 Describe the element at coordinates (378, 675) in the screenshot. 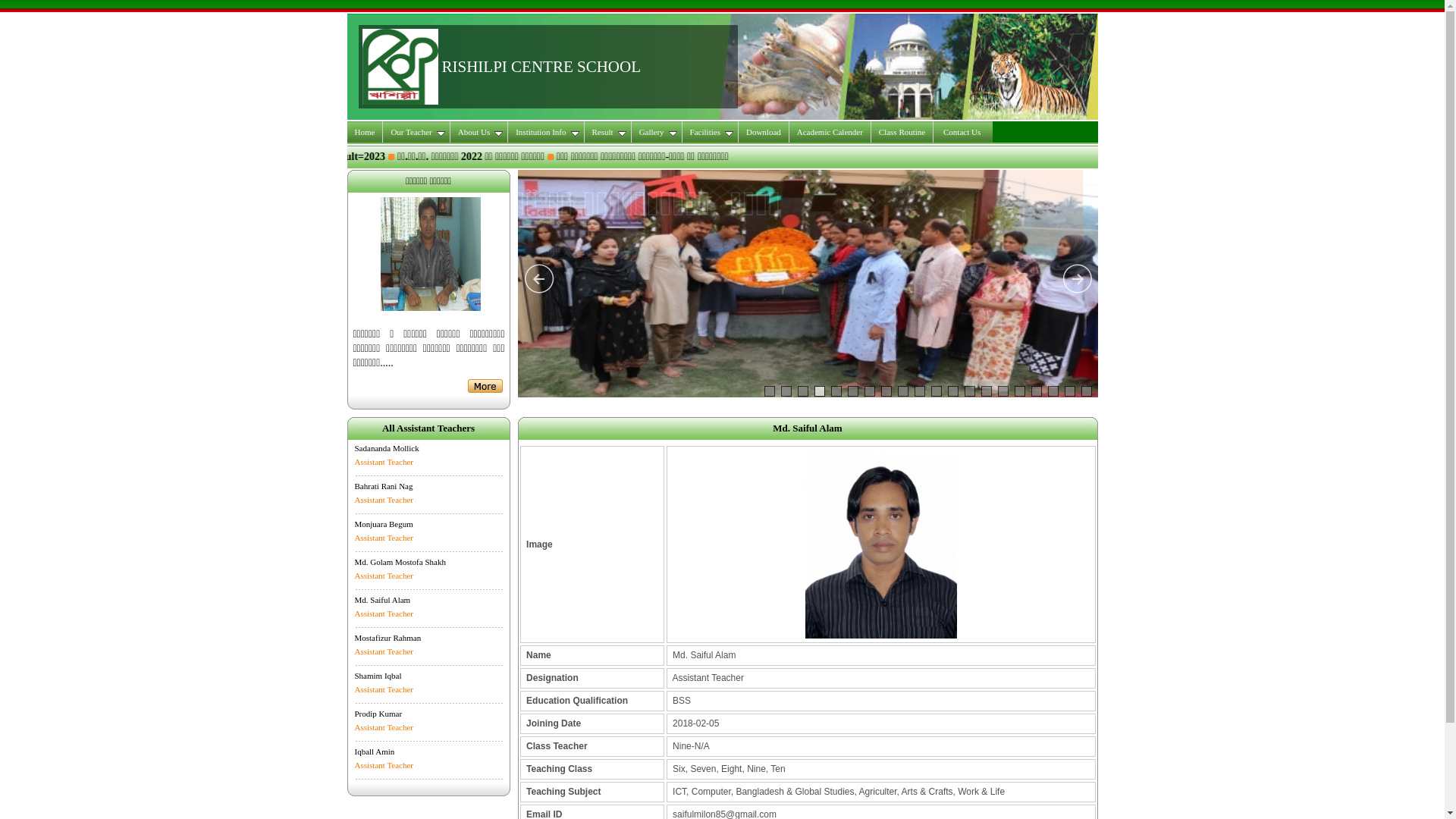

I see `'Shamim Iqbal'` at that location.